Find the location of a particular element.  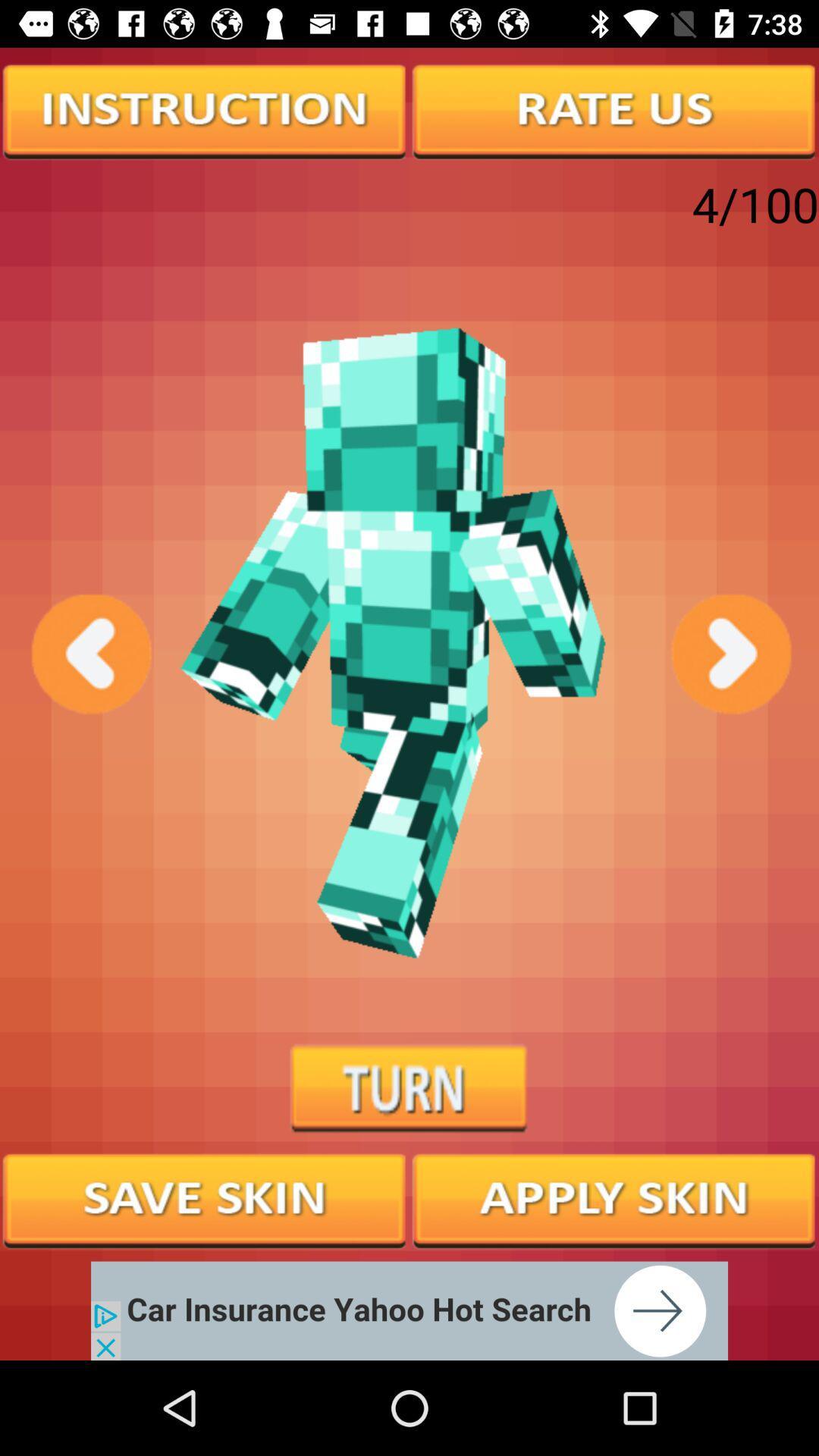

turn button is located at coordinates (409, 1088).